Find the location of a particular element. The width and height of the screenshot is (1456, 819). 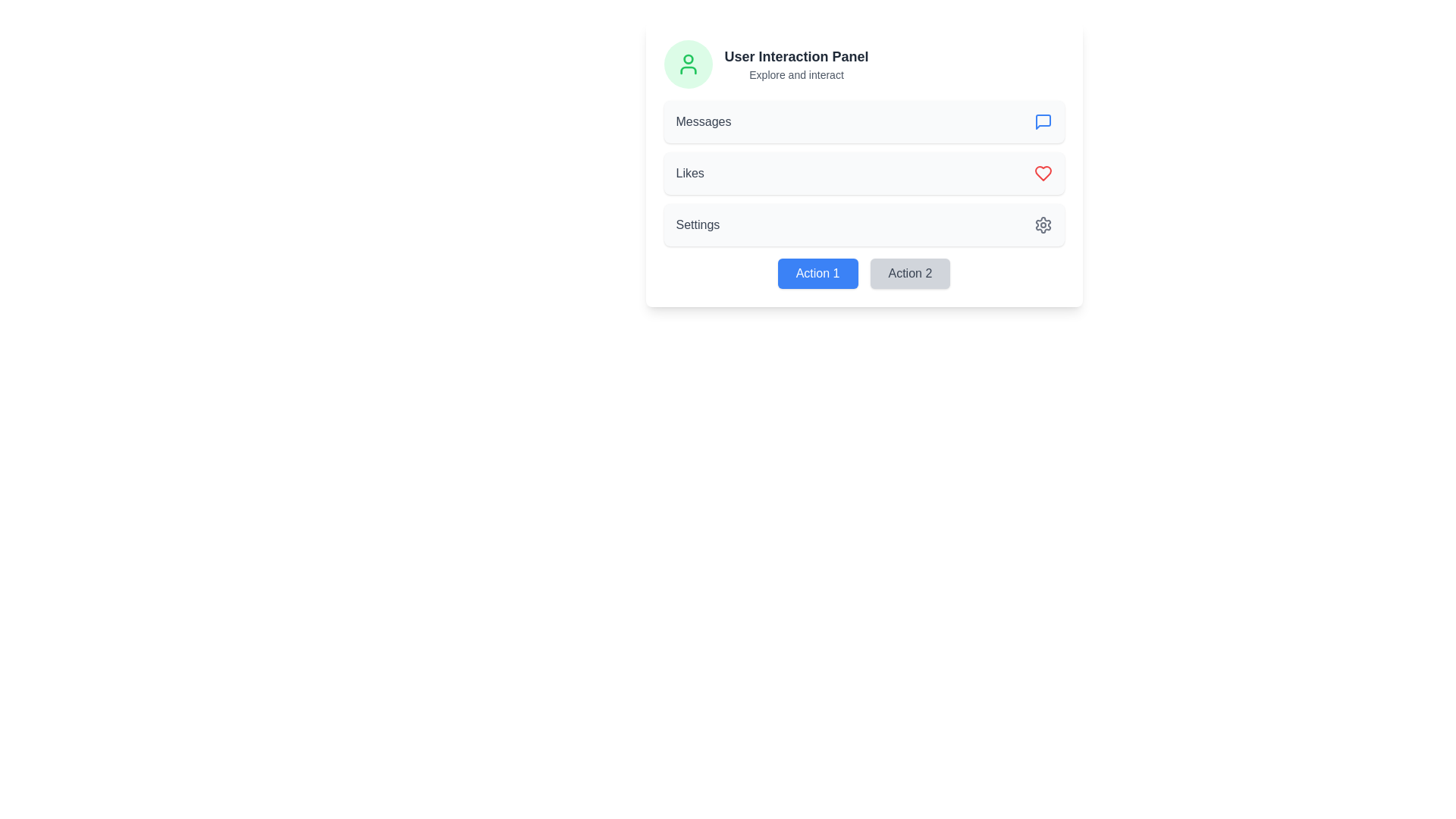

the settings icon button represented by a gray gear located at the far right of the 'Settings' row is located at coordinates (1042, 225).